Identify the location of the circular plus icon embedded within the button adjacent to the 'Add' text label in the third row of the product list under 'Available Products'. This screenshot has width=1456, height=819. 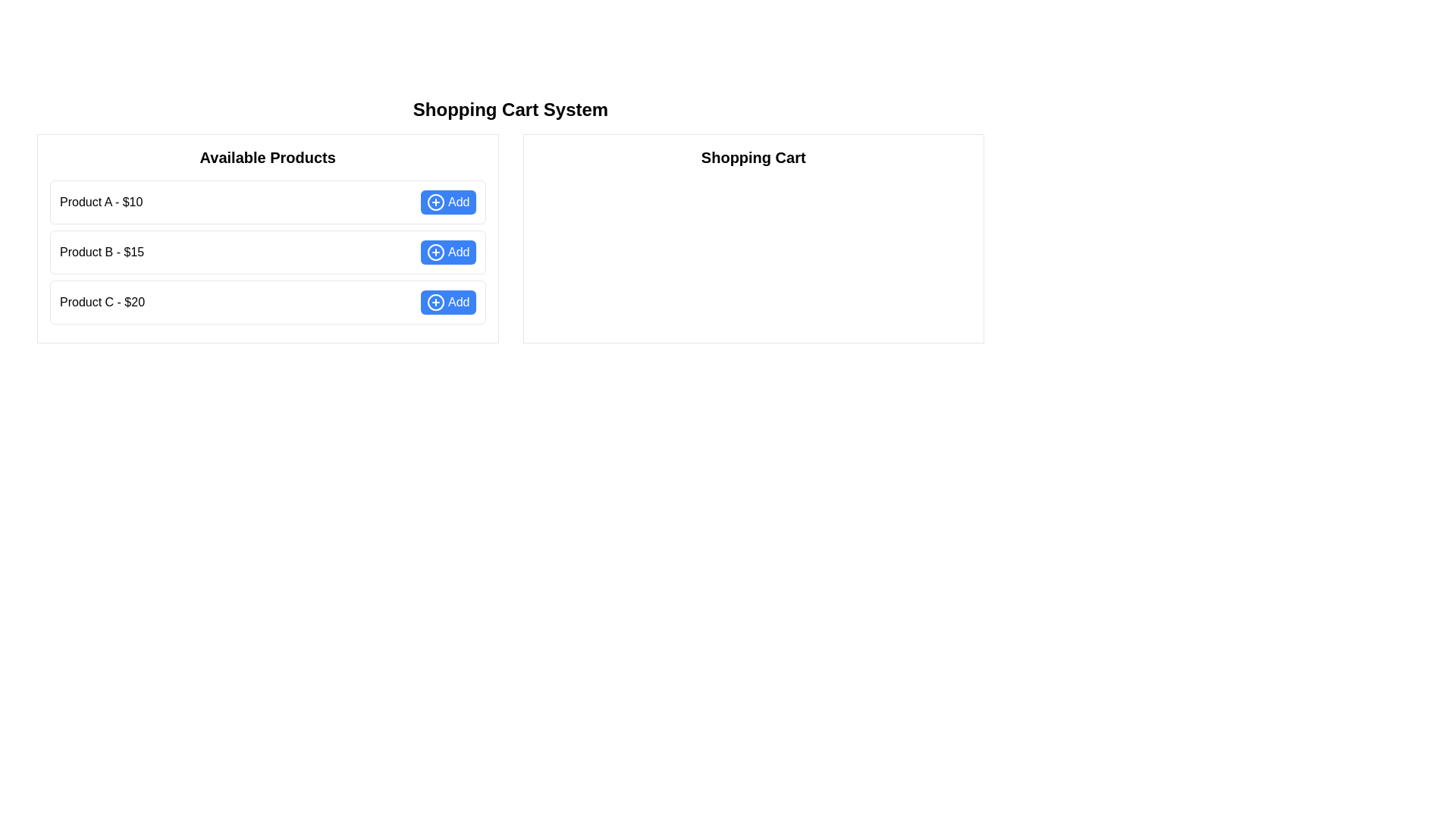
(435, 302).